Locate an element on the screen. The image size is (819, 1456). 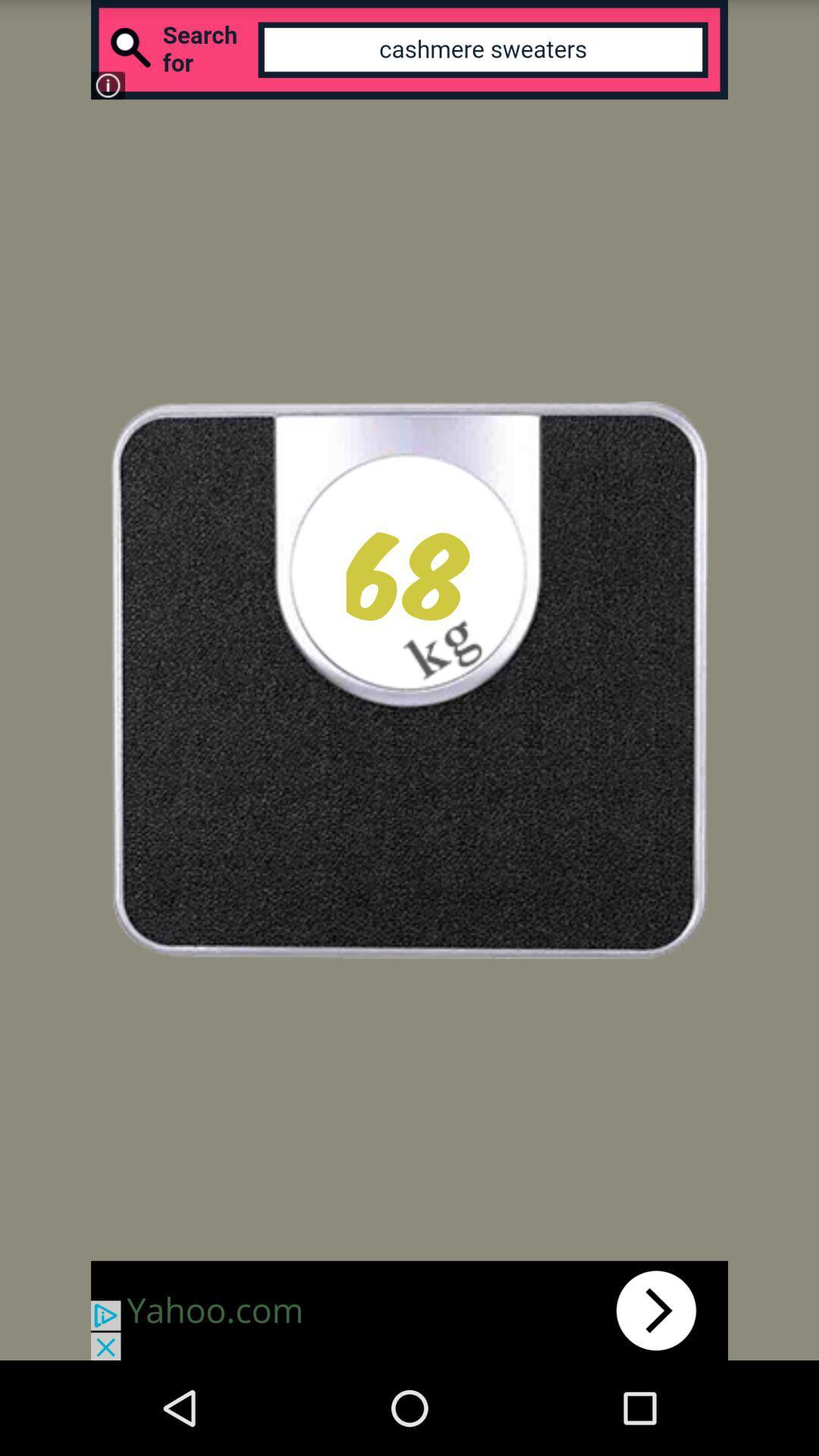
next is located at coordinates (409, 1310).